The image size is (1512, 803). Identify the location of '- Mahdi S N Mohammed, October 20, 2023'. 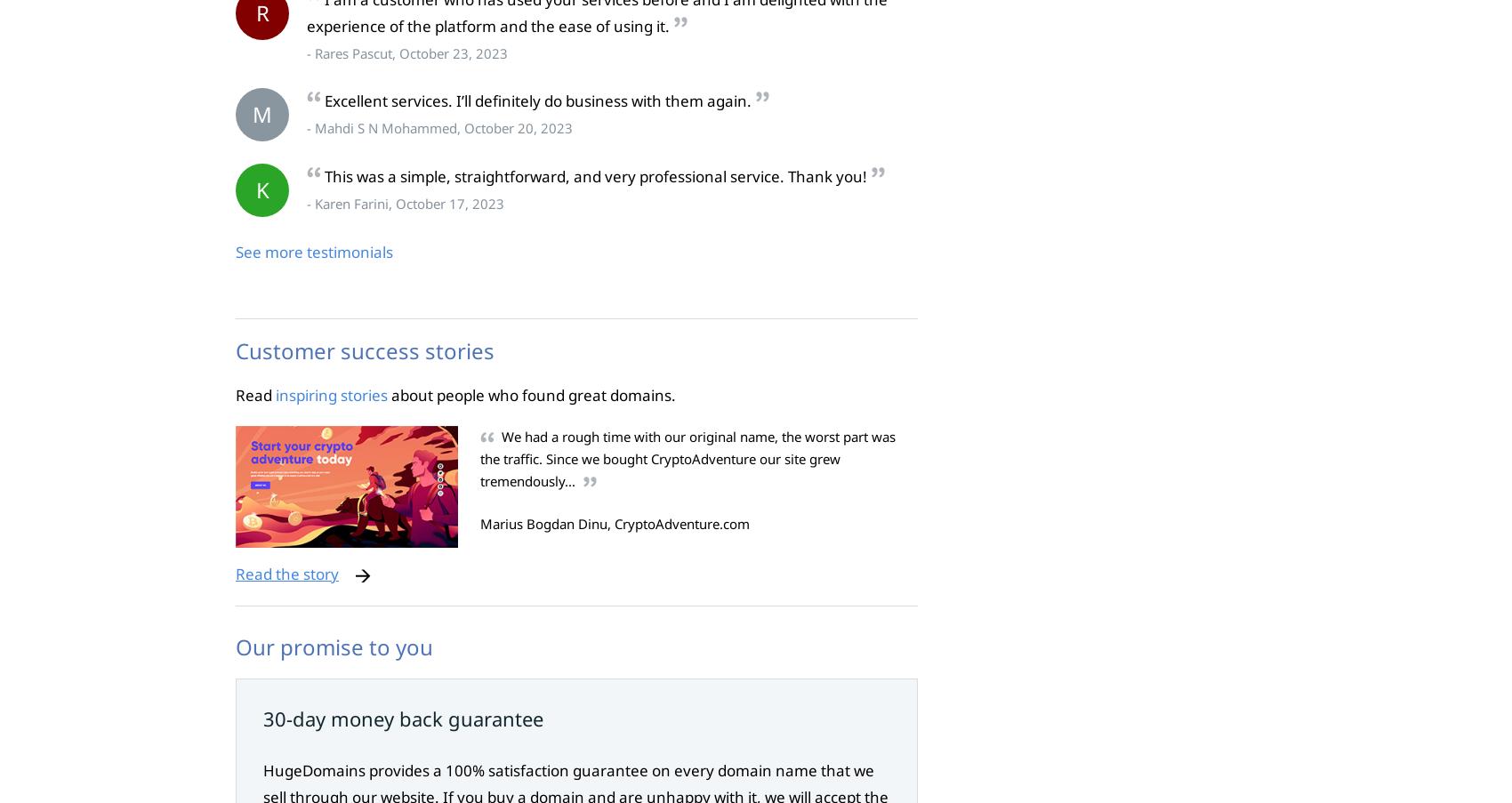
(439, 127).